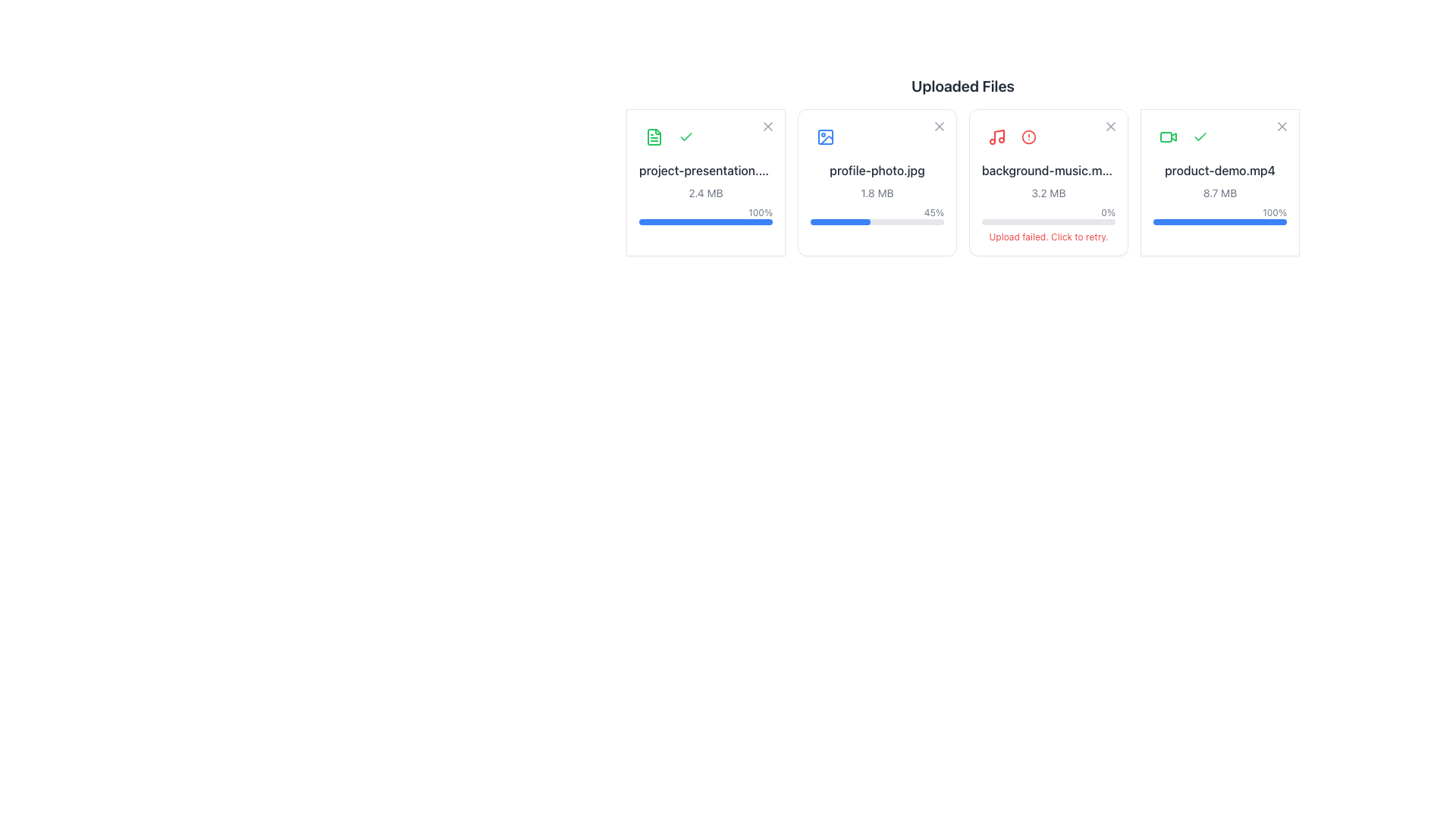  I want to click on SVG rectangular shape element, which is part of the graphical representation associated with the 'product-demo.mp4' item, using developer tools, so click(1165, 137).